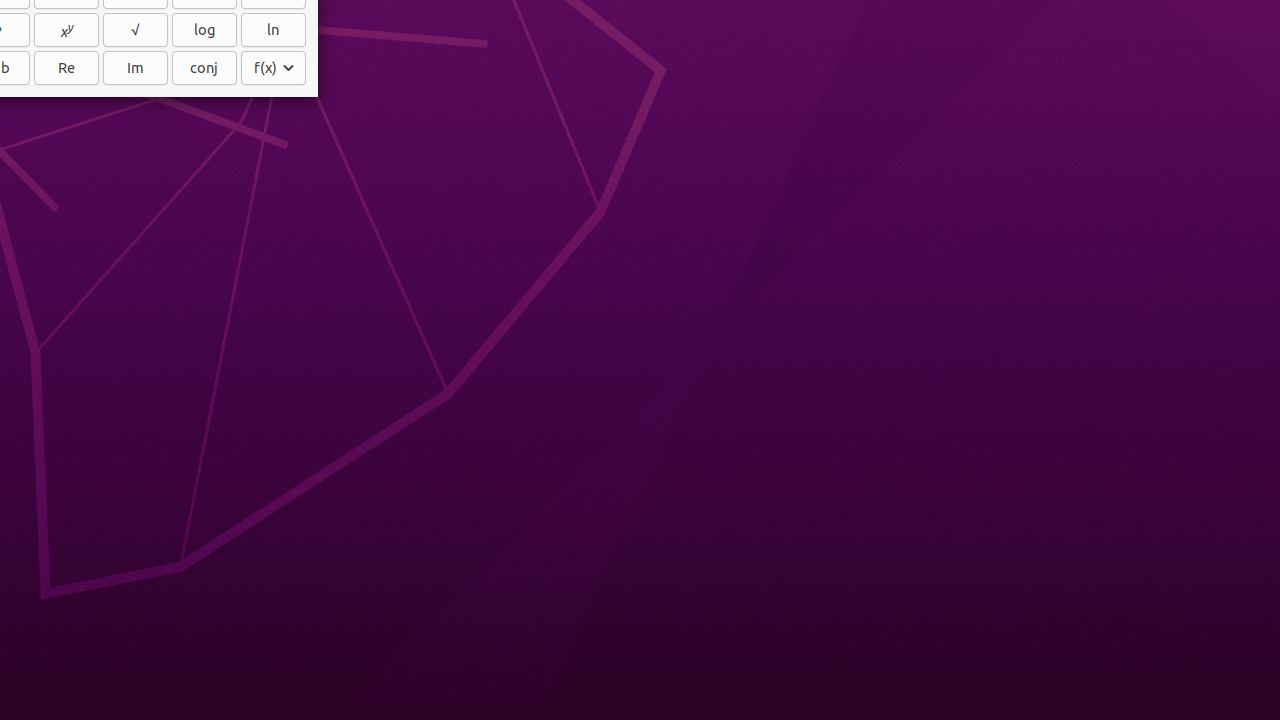 The image size is (1280, 720). Describe the element at coordinates (134, 30) in the screenshot. I see `'√'` at that location.